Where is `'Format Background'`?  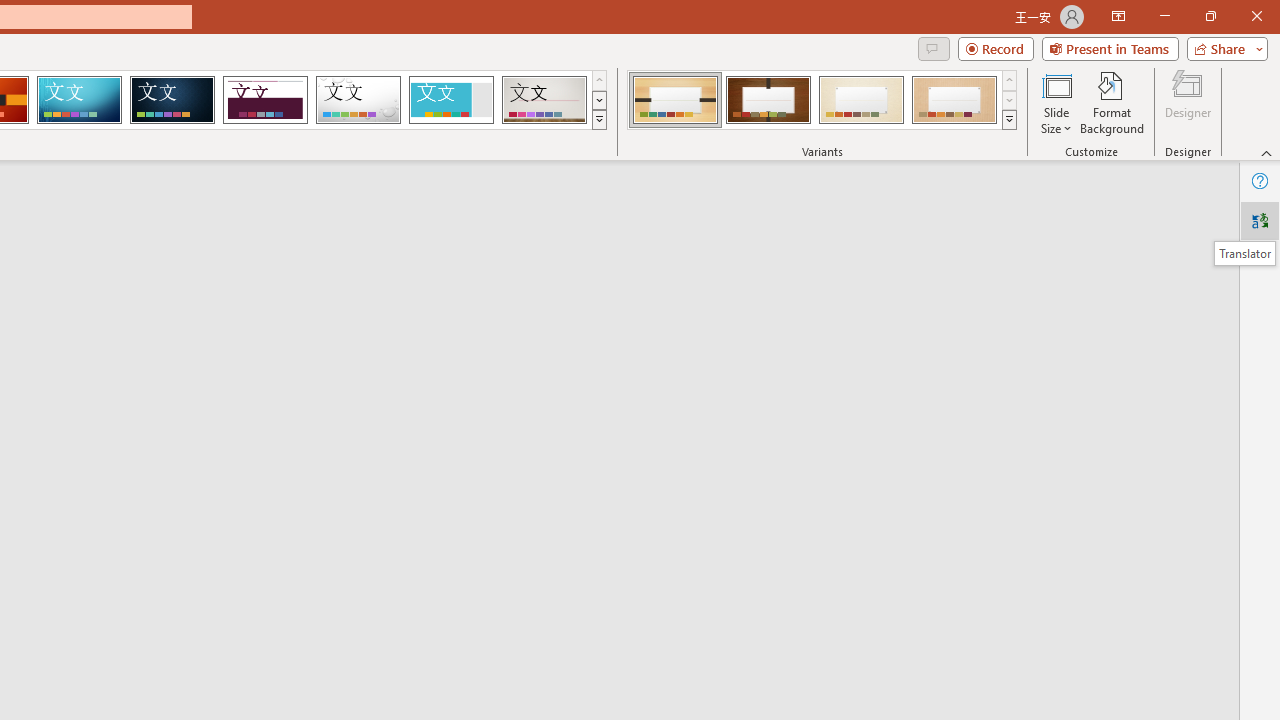 'Format Background' is located at coordinates (1111, 103).